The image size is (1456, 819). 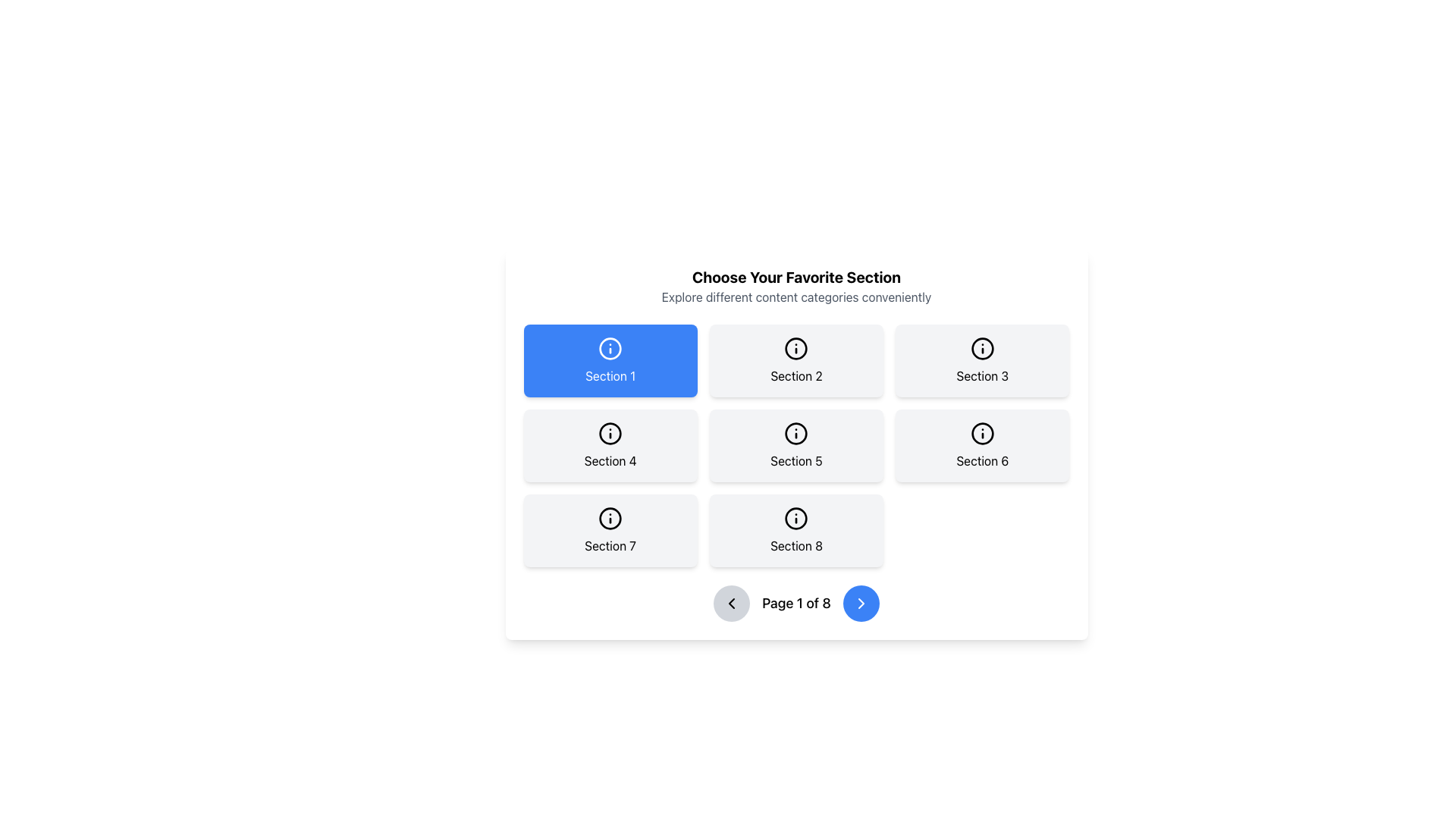 What do you see at coordinates (732, 602) in the screenshot?
I see `the navigation button located in the pagination section beneath the grid of options, on the left side of the text 'Page 1 of 8'` at bounding box center [732, 602].